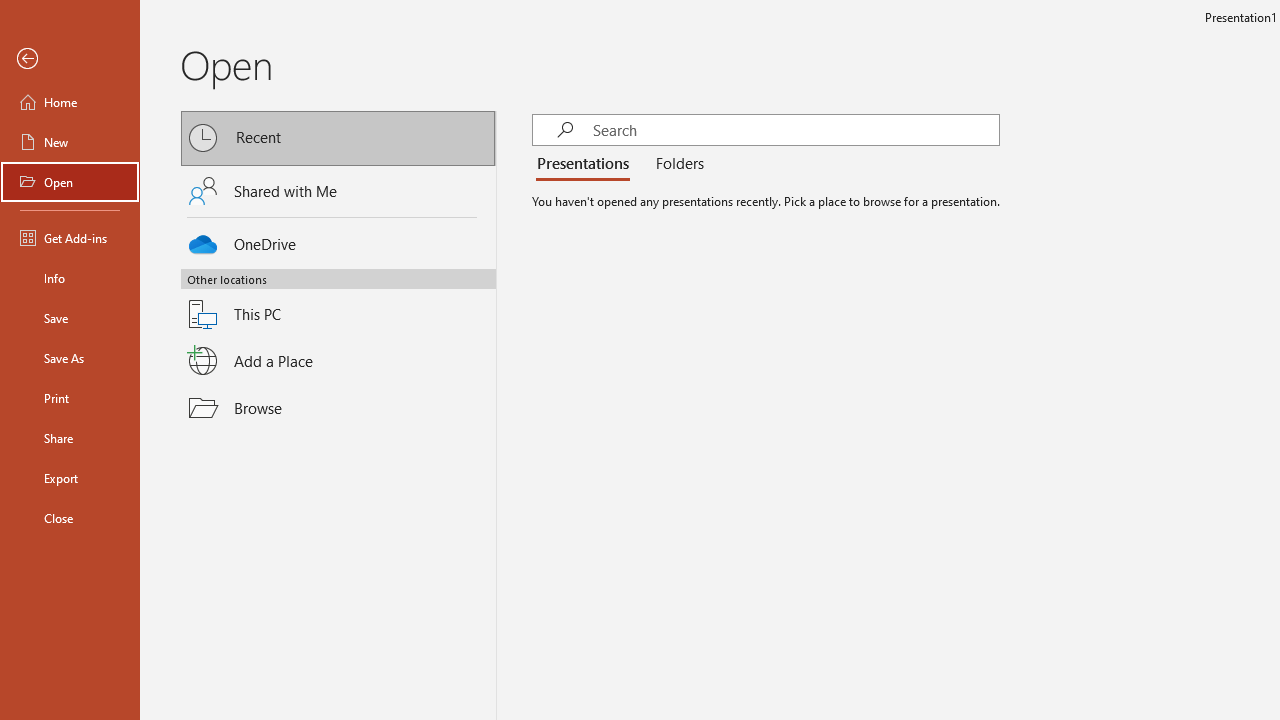 Image resolution: width=1280 pixels, height=720 pixels. Describe the element at coordinates (69, 277) in the screenshot. I see `'Info'` at that location.